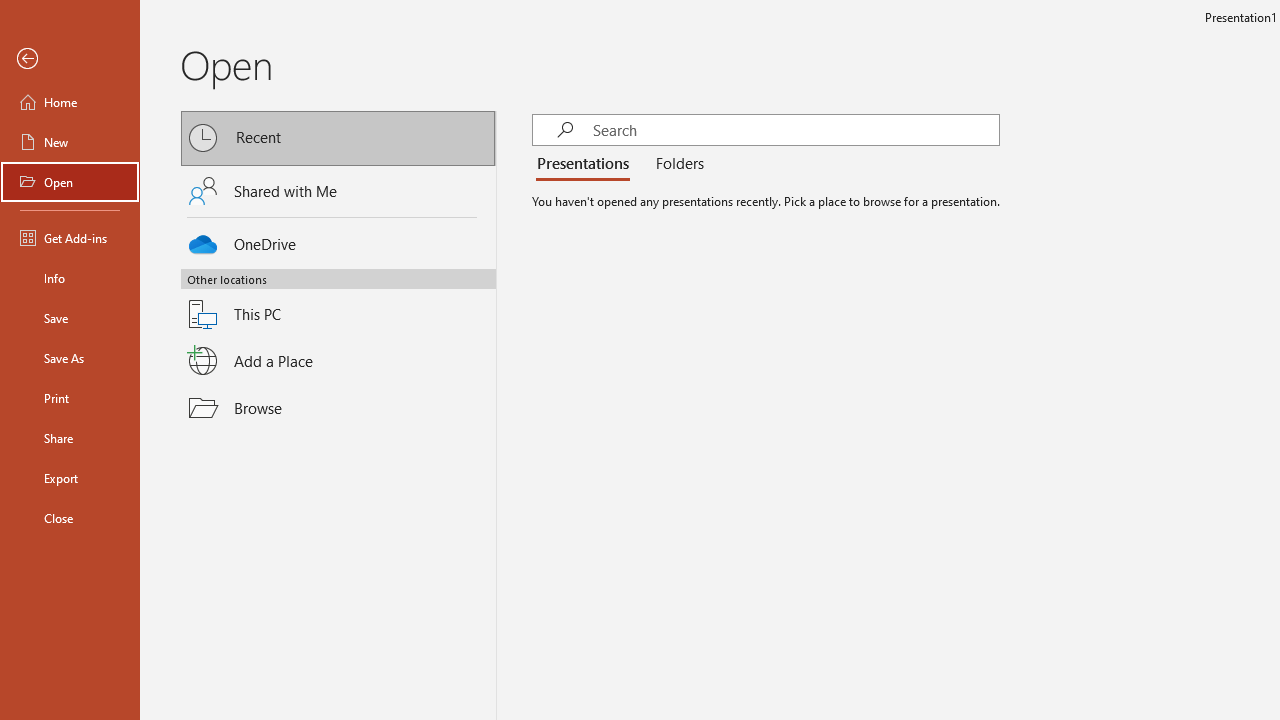 Image resolution: width=1280 pixels, height=720 pixels. Describe the element at coordinates (69, 277) in the screenshot. I see `'Info'` at that location.